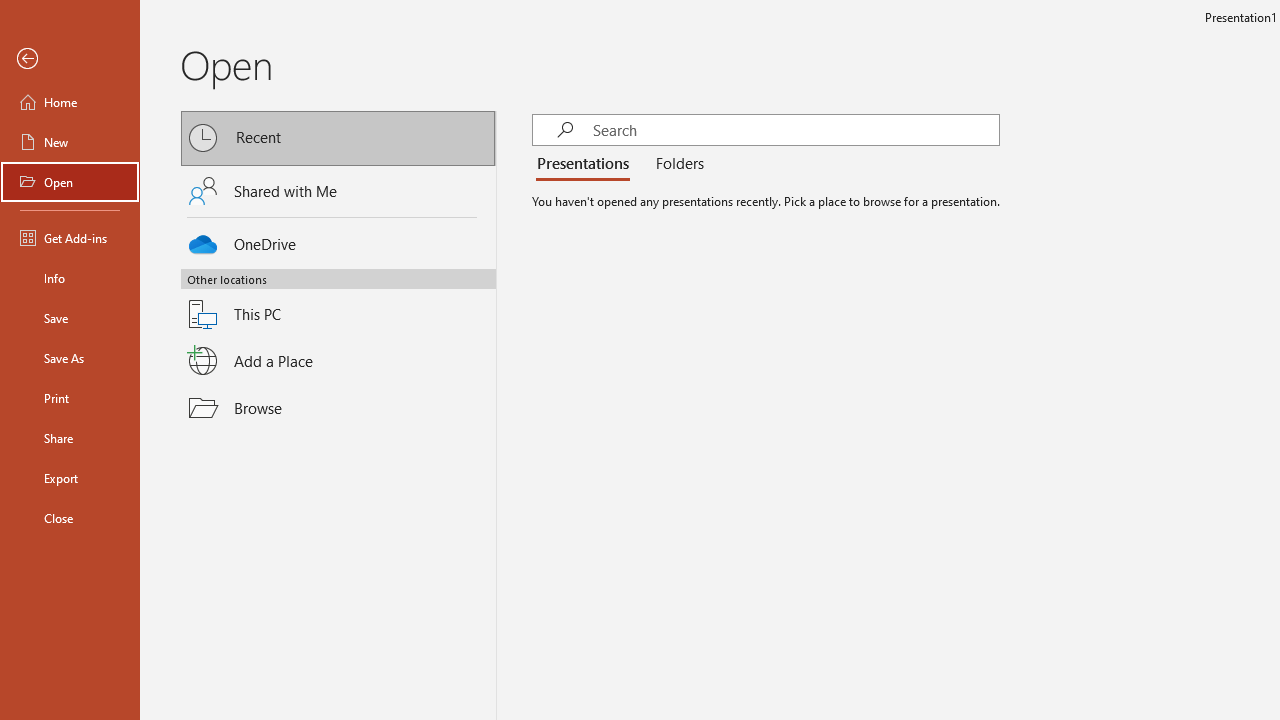 Image resolution: width=1280 pixels, height=720 pixels. Describe the element at coordinates (69, 277) in the screenshot. I see `'Info'` at that location.